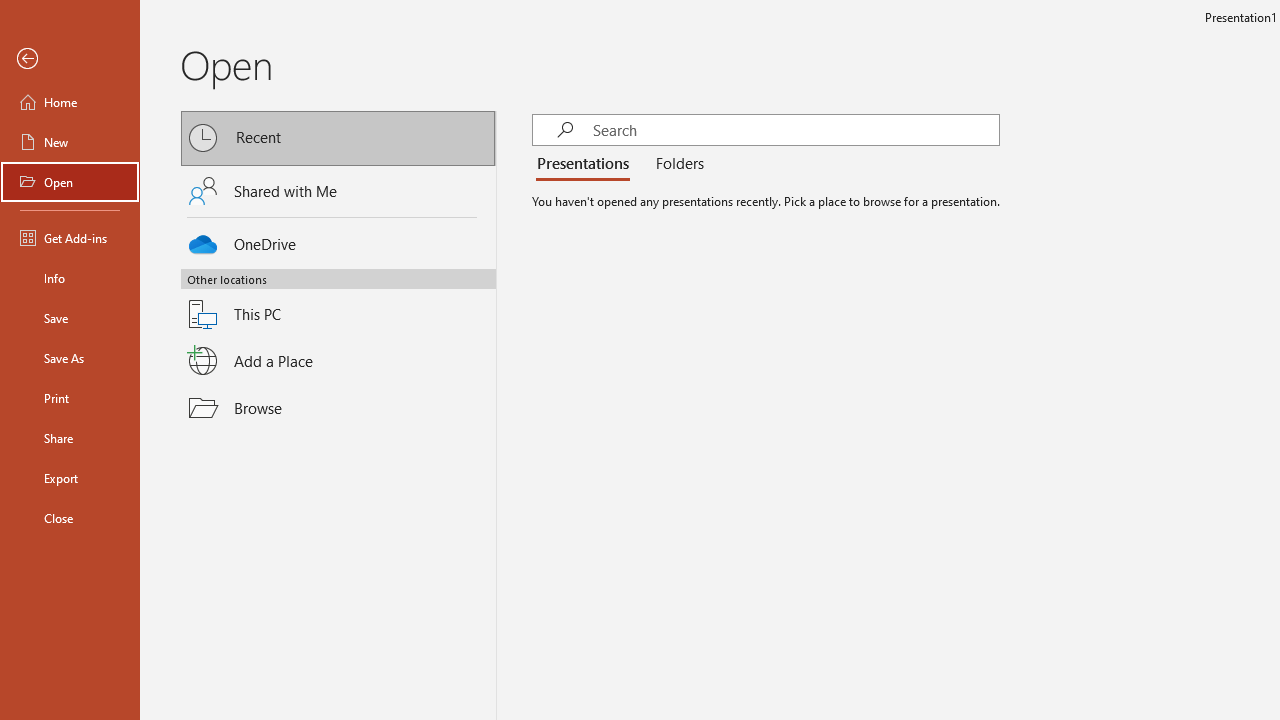 Image resolution: width=1280 pixels, height=720 pixels. Describe the element at coordinates (69, 277) in the screenshot. I see `'Info'` at that location.